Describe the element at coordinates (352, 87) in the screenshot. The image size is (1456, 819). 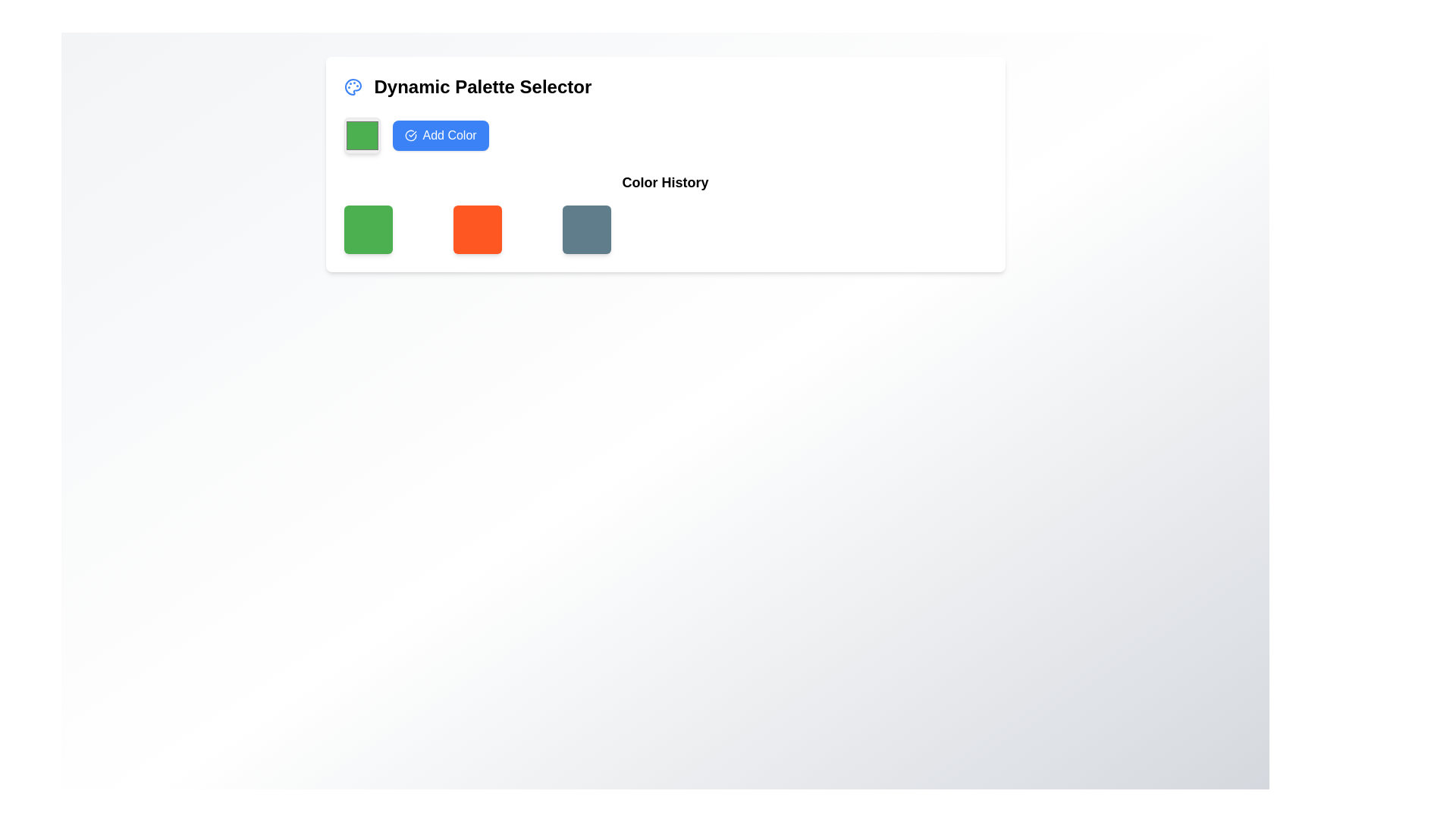
I see `the small blue outlined palette icon located to the left of the title 'Dynamic Palette Selector'` at that location.